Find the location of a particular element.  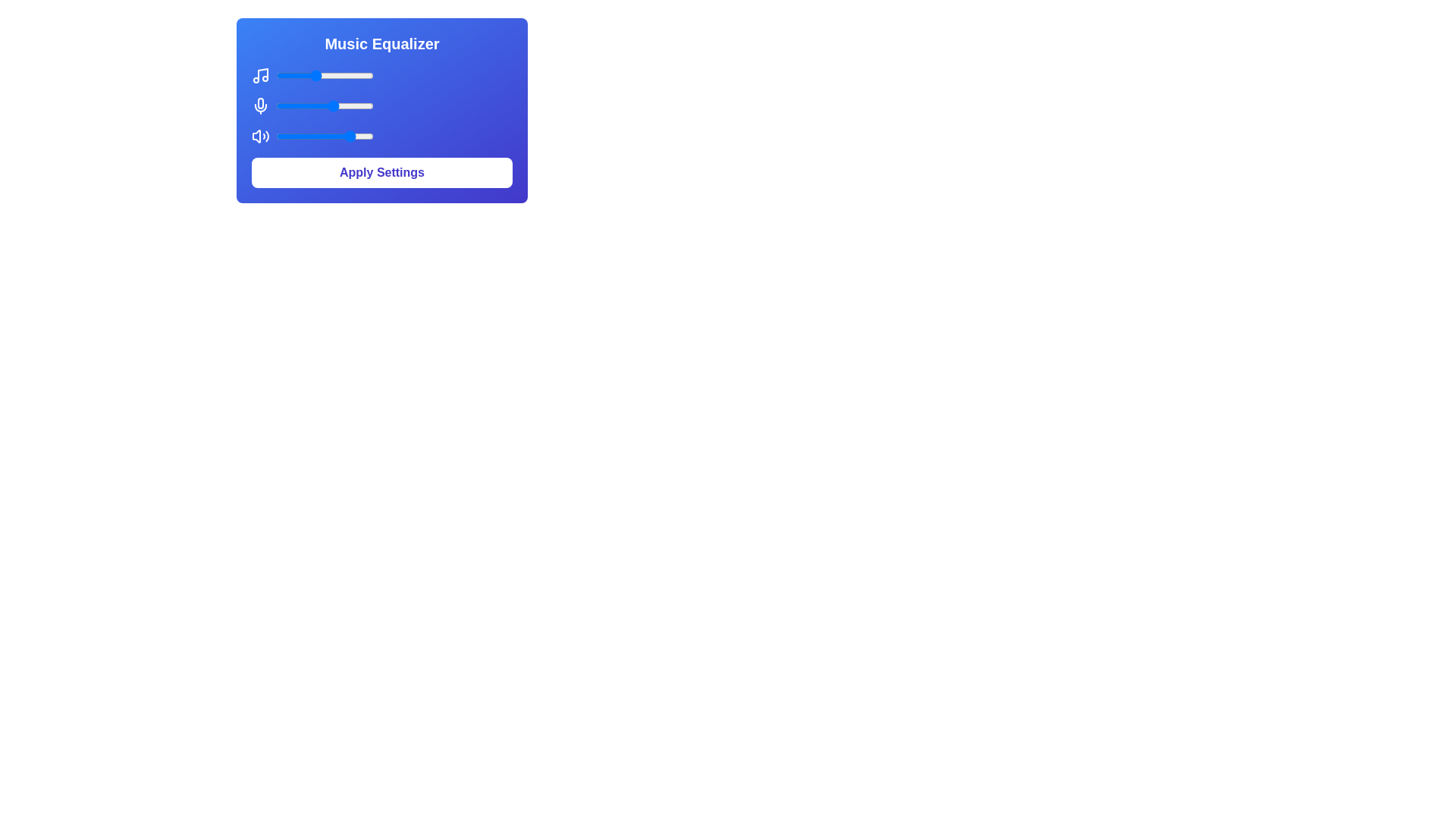

the volume is located at coordinates (352, 136).